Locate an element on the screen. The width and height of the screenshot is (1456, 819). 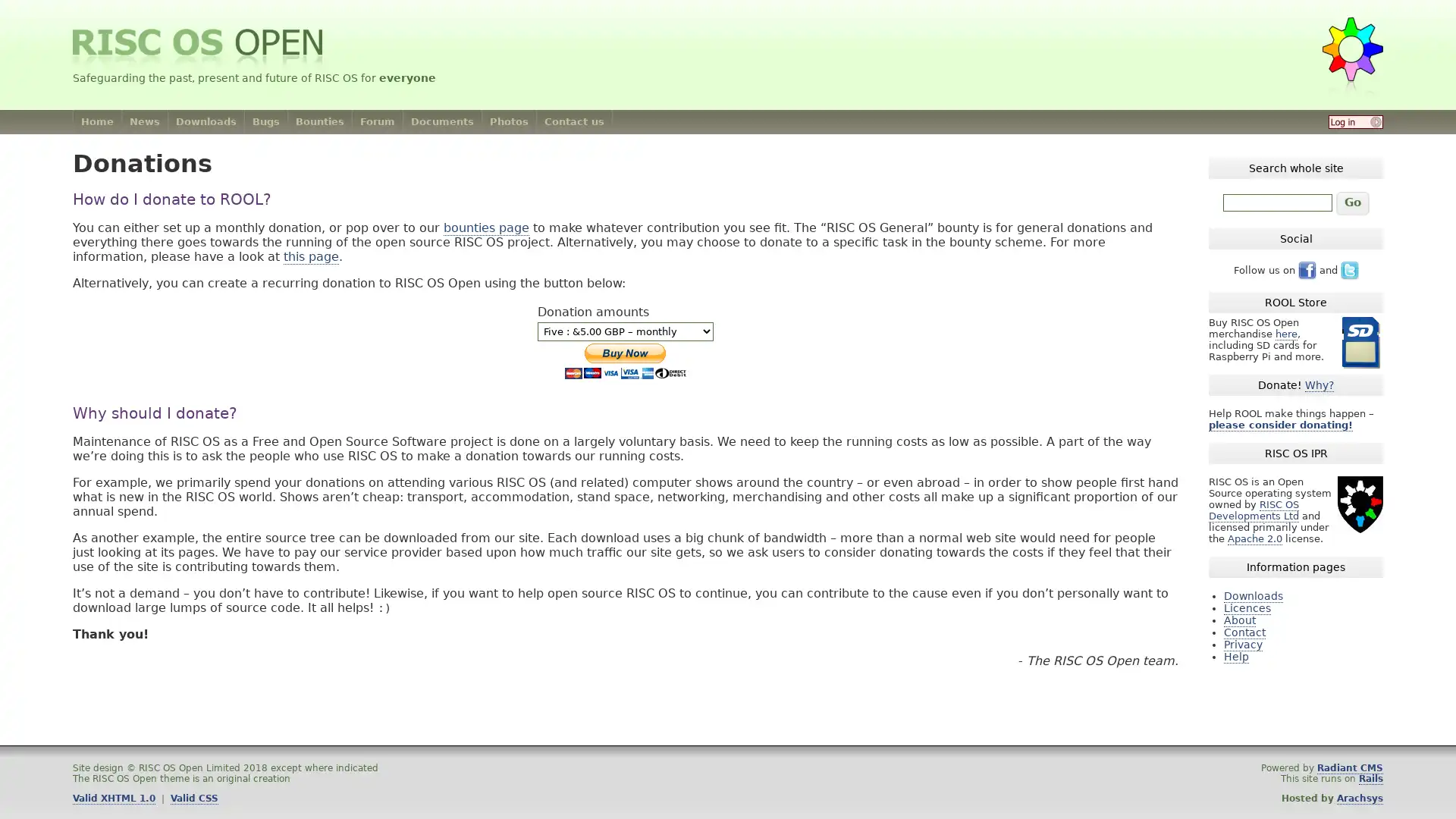
PayPal  The safer, easier way to pay online. is located at coordinates (626, 361).